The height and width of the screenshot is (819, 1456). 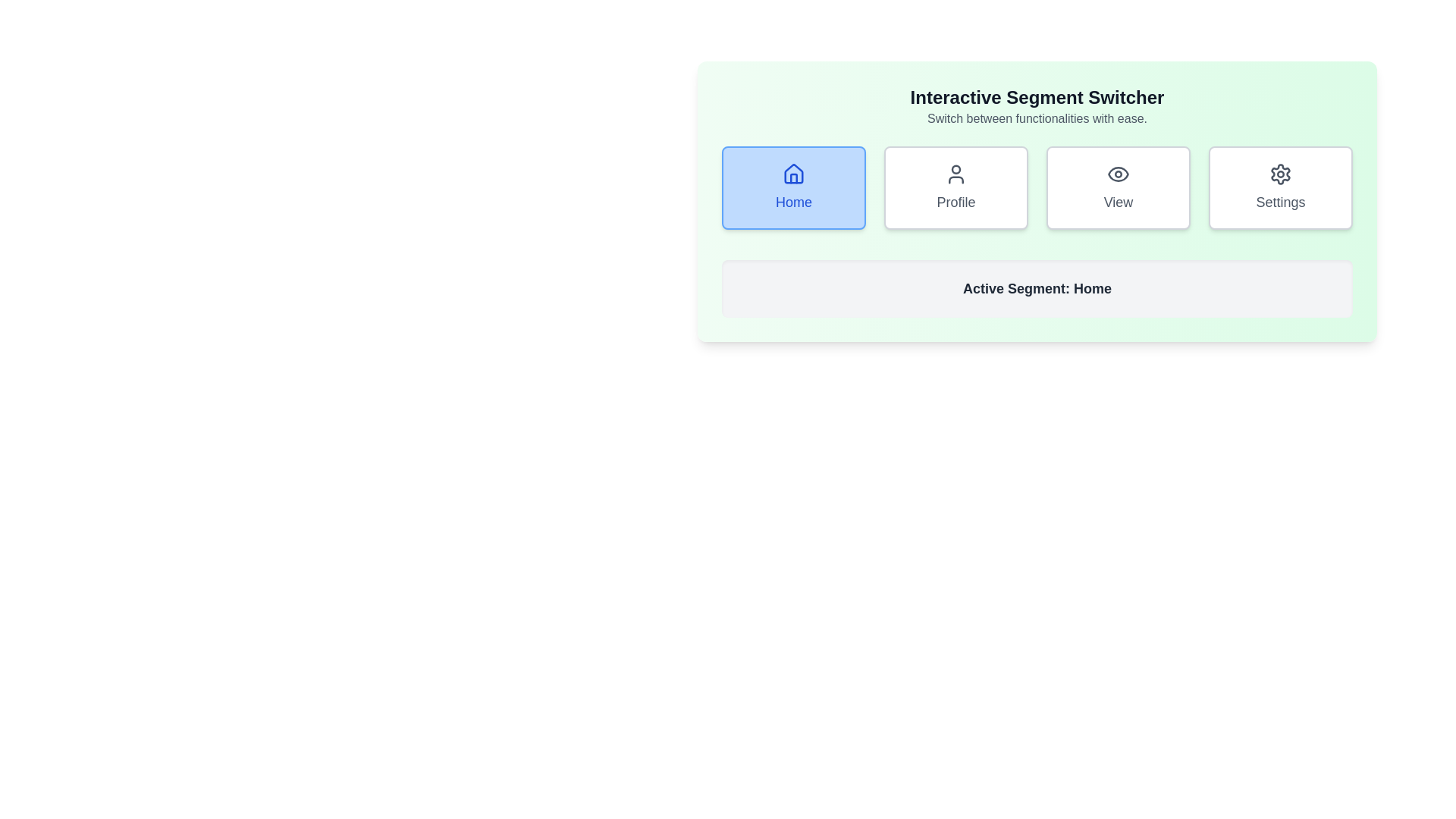 What do you see at coordinates (955, 174) in the screenshot?
I see `the Profile icon located within the second button of the horizontally aligned group of buttons labeled Home, Profile, View, and Settings` at bounding box center [955, 174].